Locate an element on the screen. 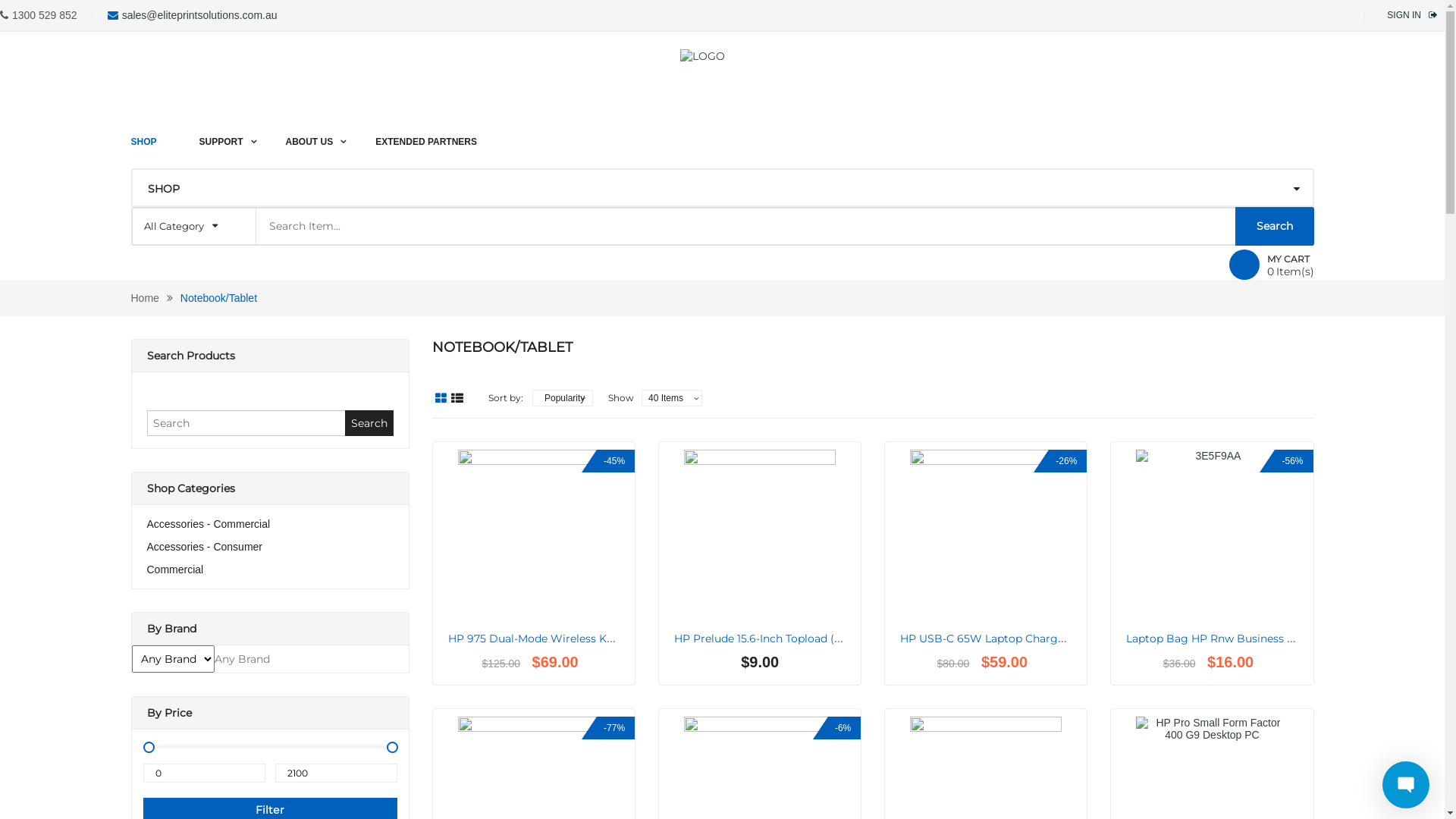 The image size is (1456, 819). 'Home' is located at coordinates (144, 298).